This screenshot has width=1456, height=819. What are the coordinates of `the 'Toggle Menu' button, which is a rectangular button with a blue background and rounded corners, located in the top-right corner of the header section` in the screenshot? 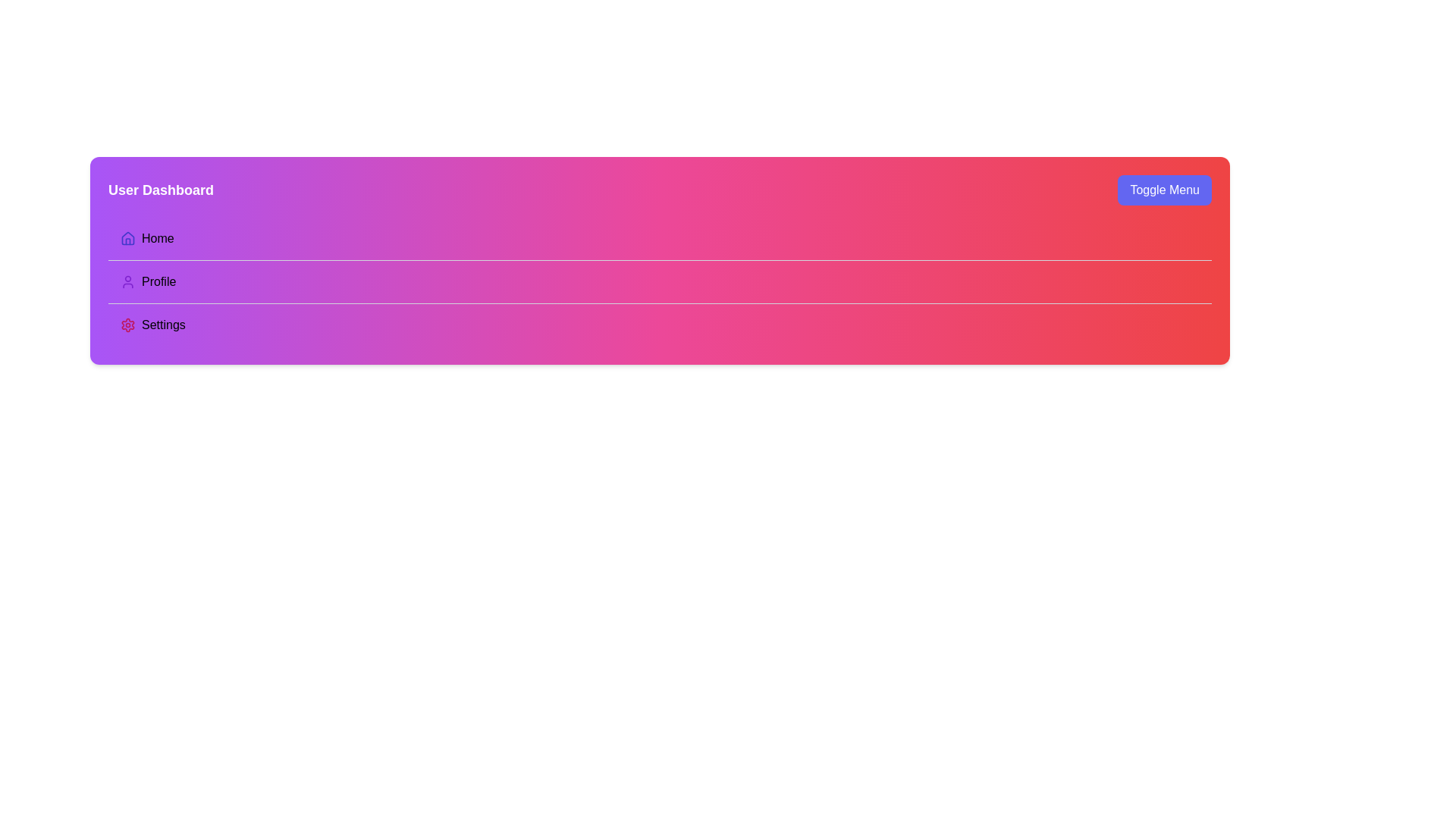 It's located at (1164, 189).